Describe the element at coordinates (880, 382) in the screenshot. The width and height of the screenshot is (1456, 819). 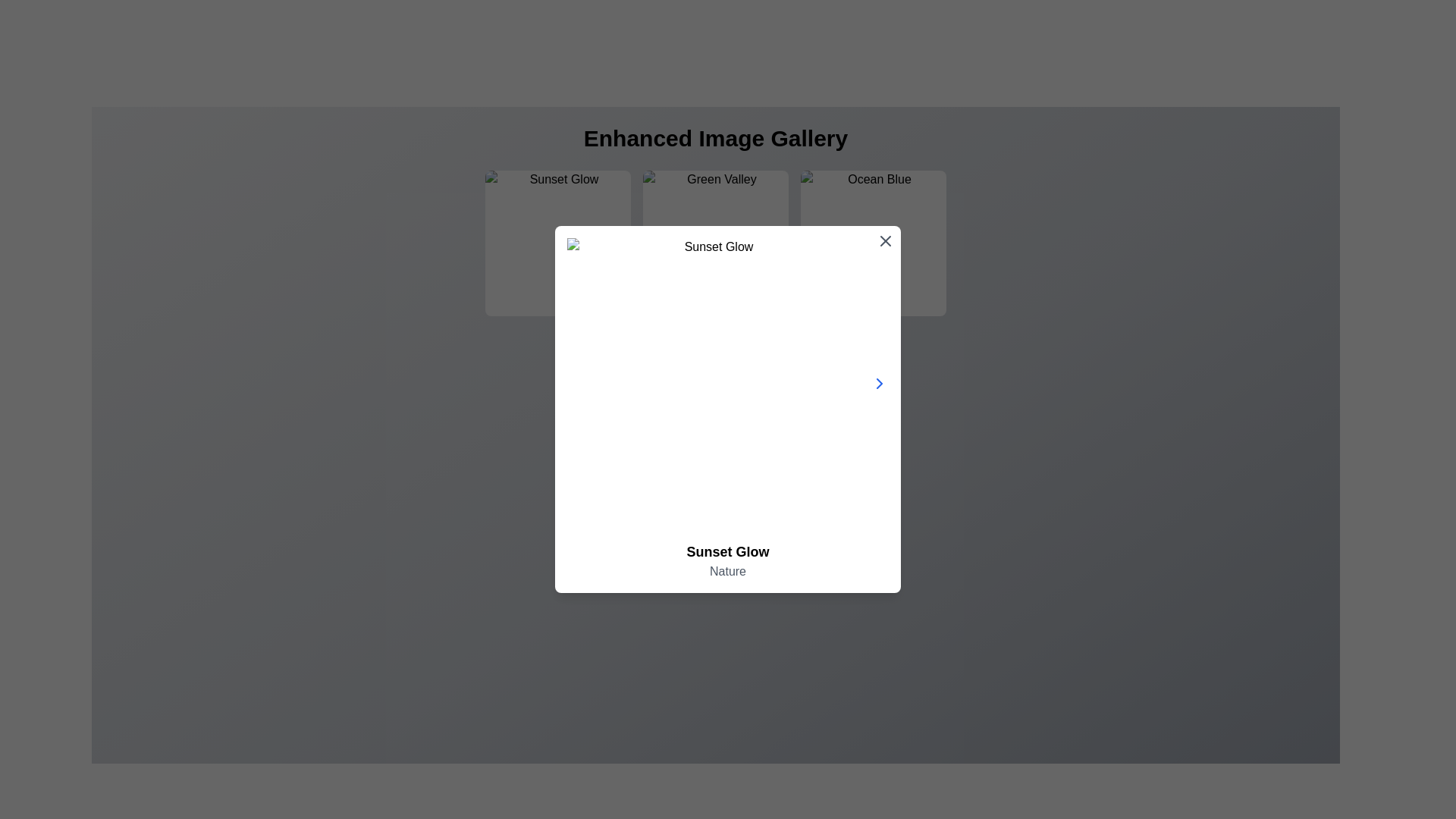
I see `the rightmost chevron icon on the right-hand side of the 'Sunset Glow' modal dialog` at that location.